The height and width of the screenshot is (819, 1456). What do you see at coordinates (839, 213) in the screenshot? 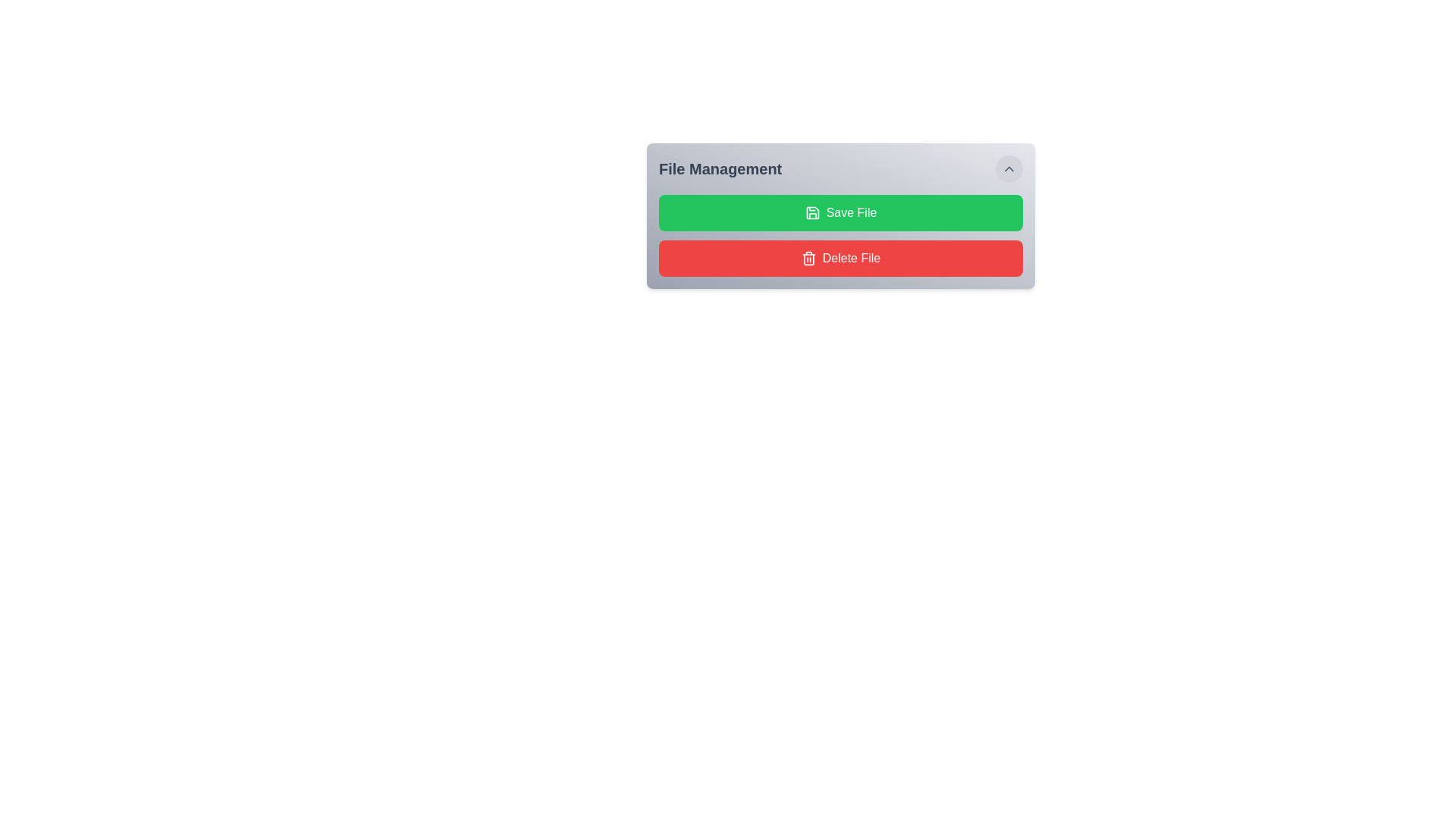
I see `the first button in the list within the 'File Management' card to initiate the save file action` at bounding box center [839, 213].